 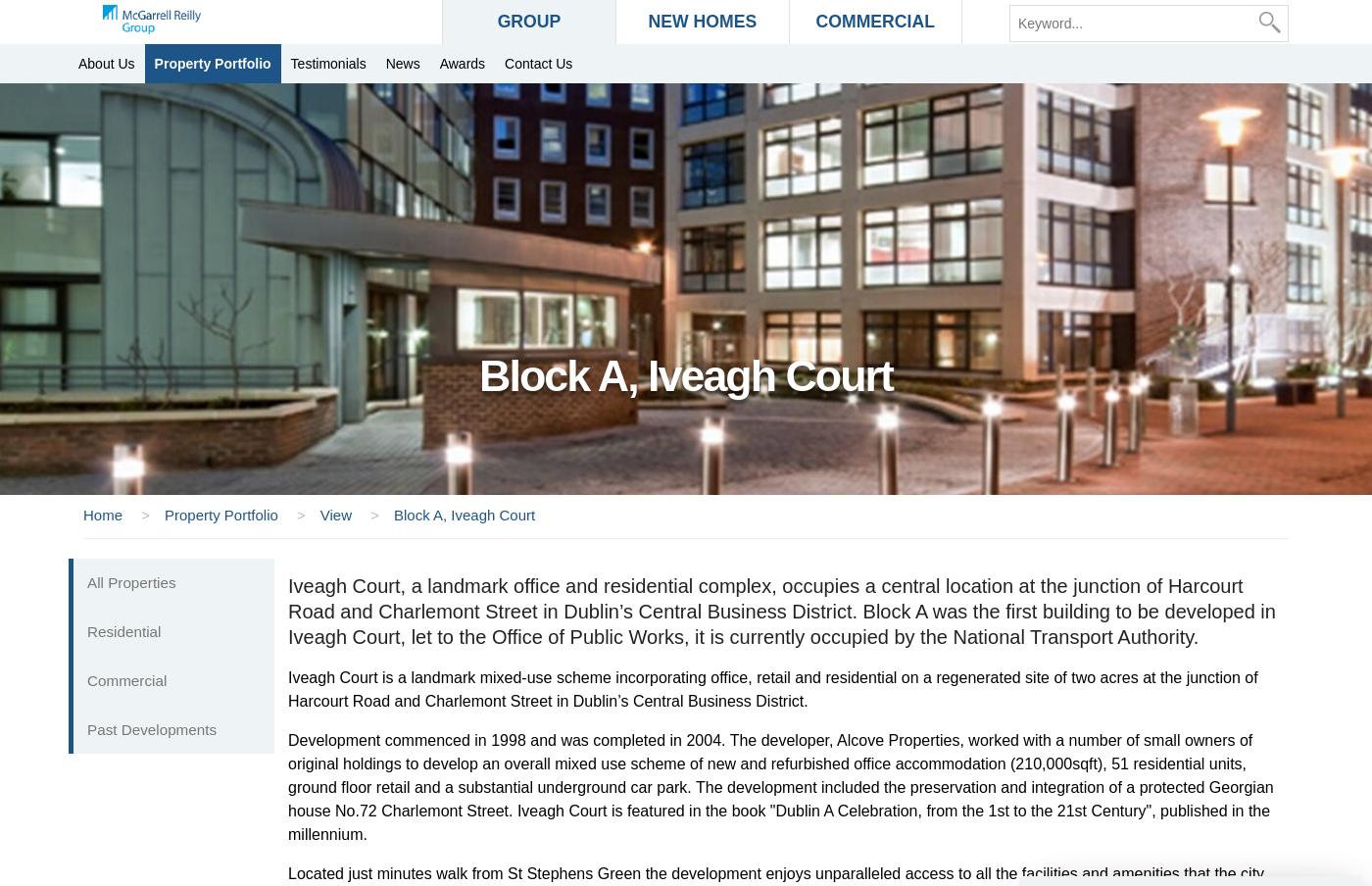 I want to click on 'Iveagh Court, a landmark office and residential complex, occupies a central location at the junction of Harcourt Road and Charlemont Street in Dublin’s Central Business District. Block A was the first building to be developed in Iveagh Court, let to the Office of Public Works, it is currently occupied by the National Transport Authority.', so click(x=781, y=612).